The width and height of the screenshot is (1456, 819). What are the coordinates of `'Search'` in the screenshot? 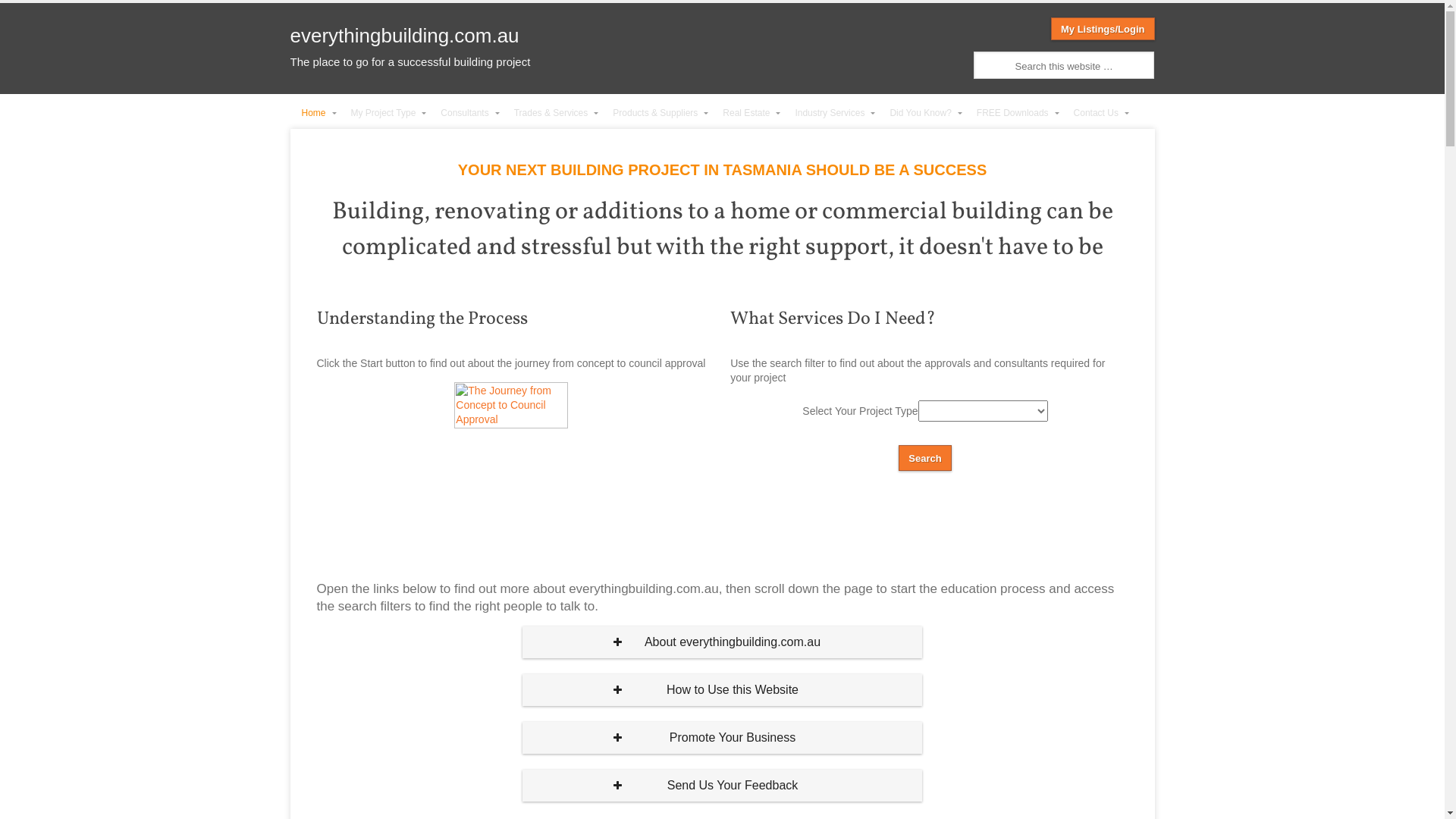 It's located at (924, 457).